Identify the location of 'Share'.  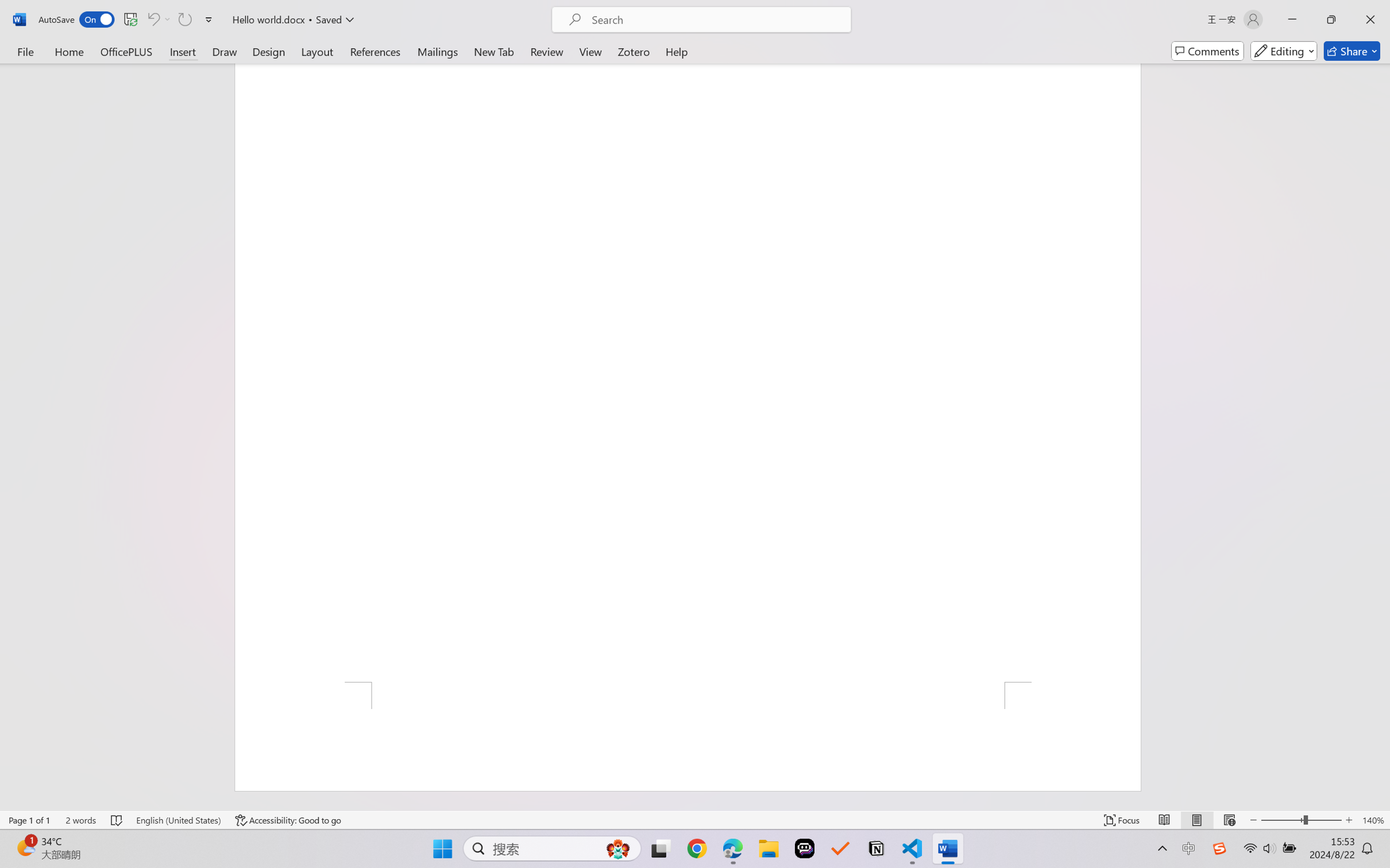
(1351, 51).